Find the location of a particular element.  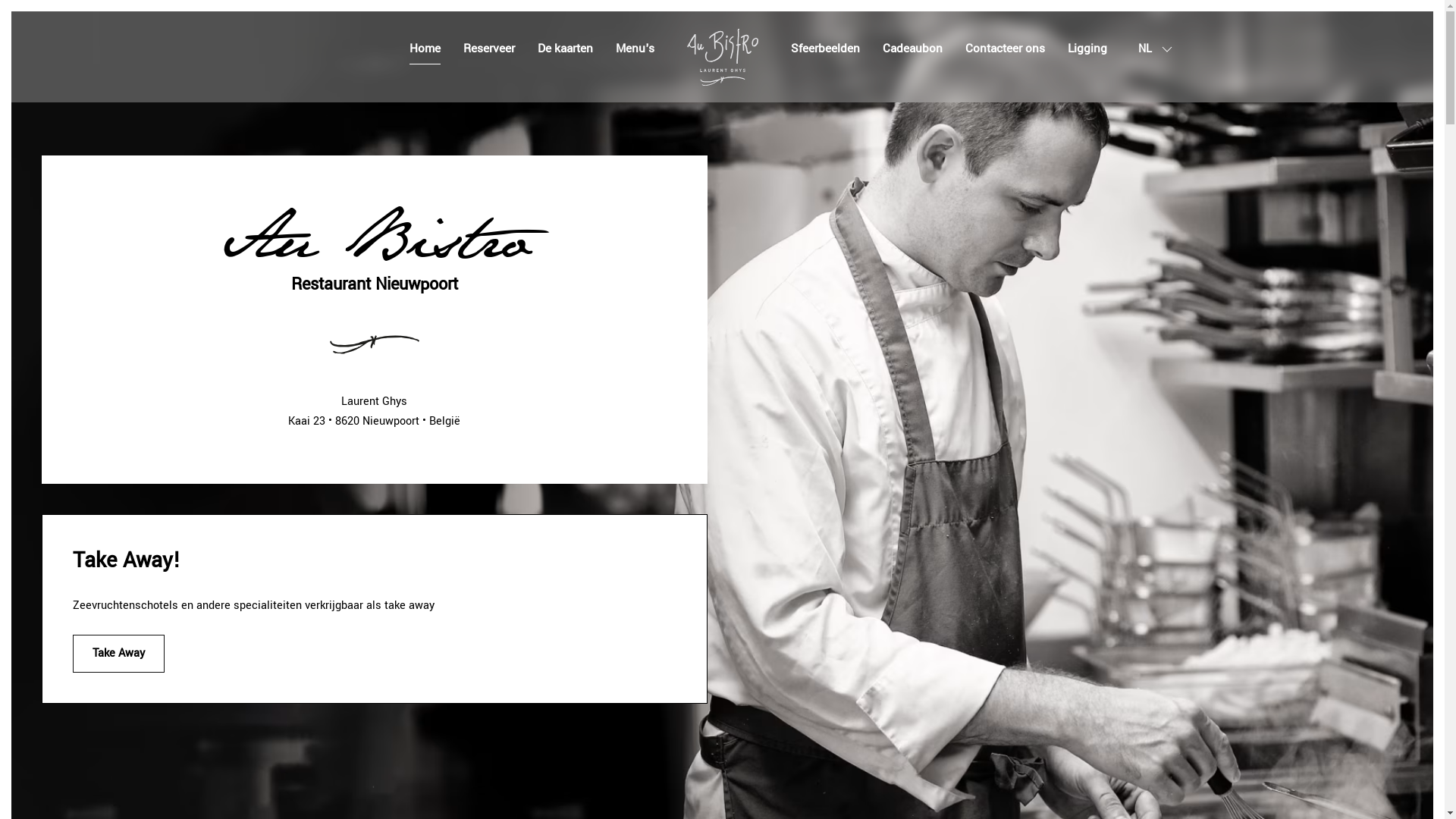

'Ligging' is located at coordinates (1087, 49).